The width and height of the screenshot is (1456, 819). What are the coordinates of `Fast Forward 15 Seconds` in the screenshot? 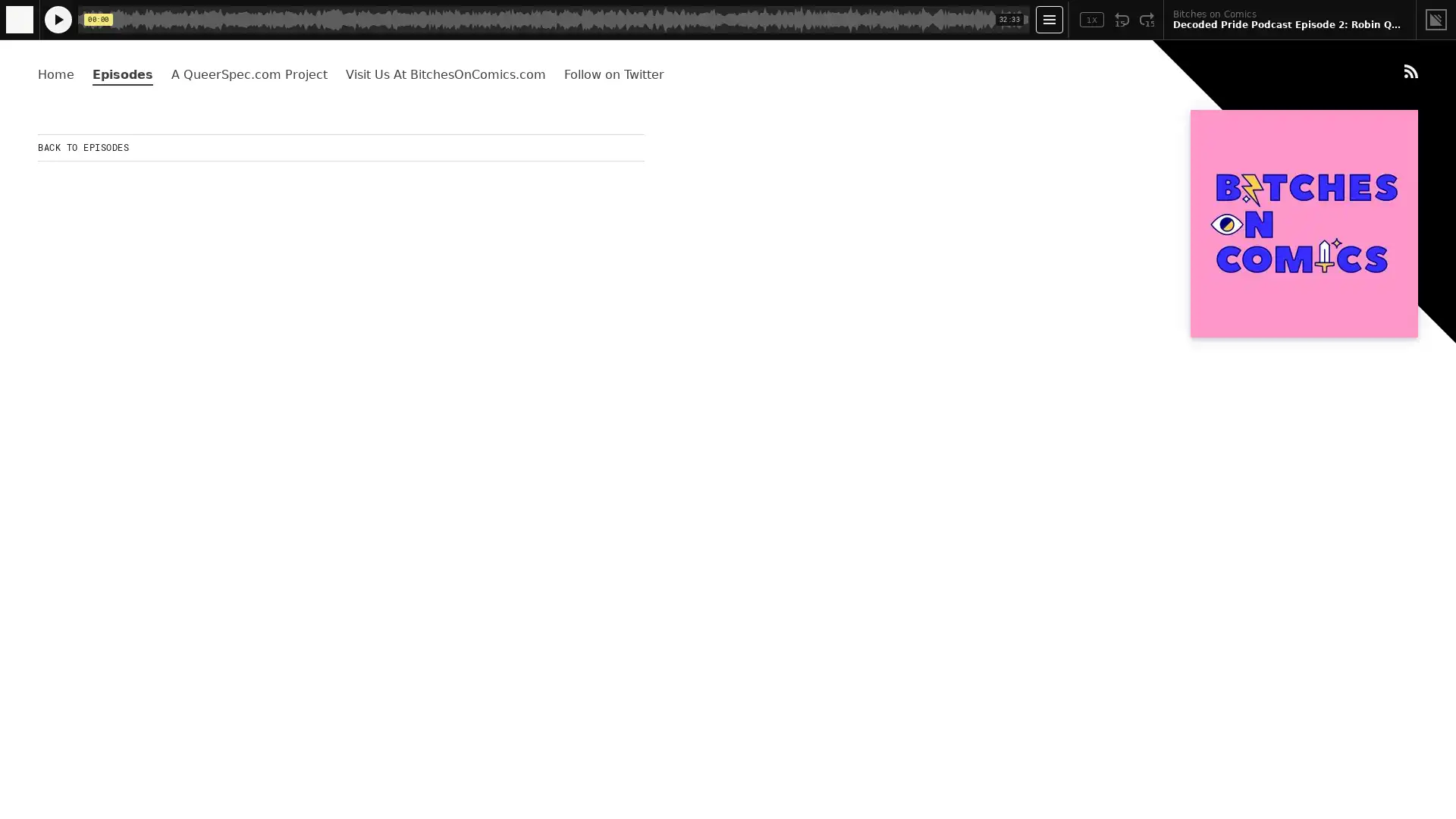 It's located at (1147, 20).